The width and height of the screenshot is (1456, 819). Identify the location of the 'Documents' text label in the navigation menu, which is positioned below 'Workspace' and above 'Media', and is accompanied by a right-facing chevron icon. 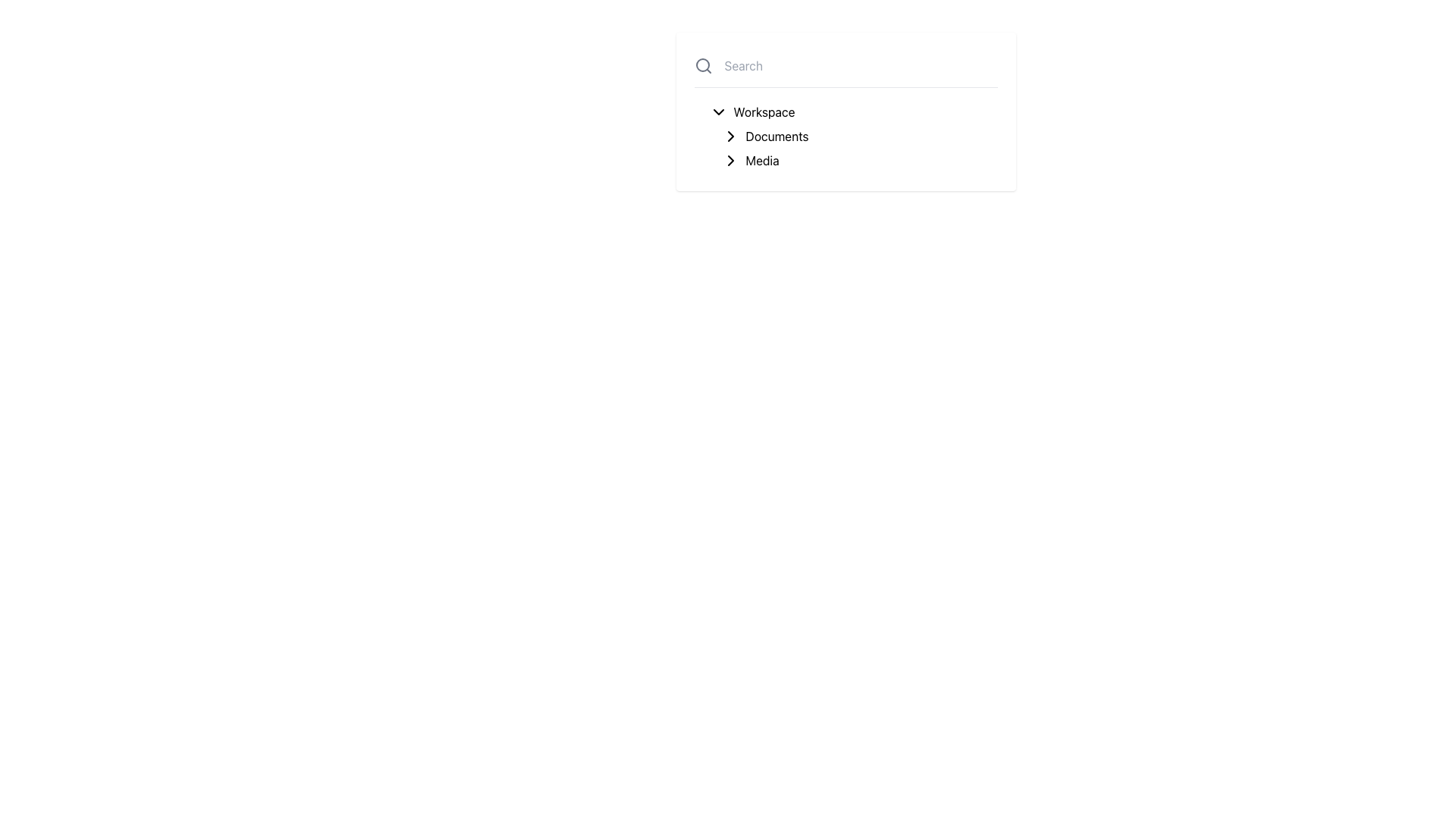
(777, 136).